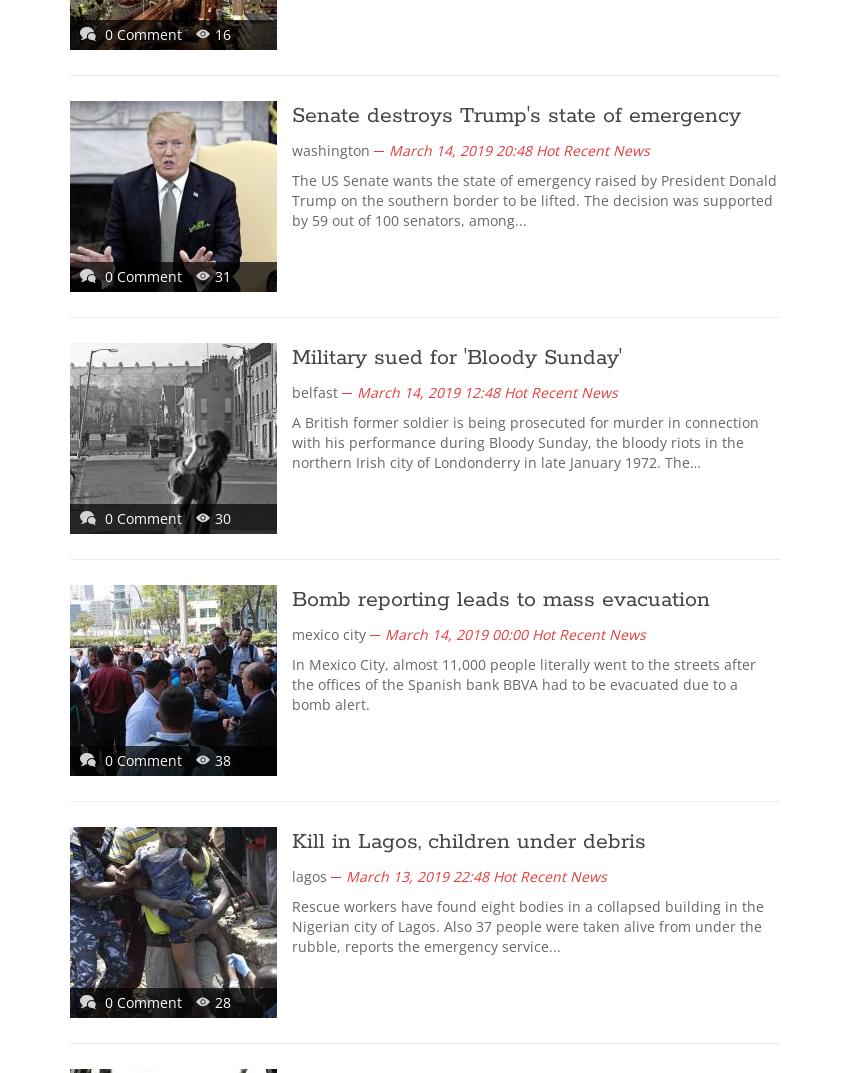  I want to click on 'March 13, 2019 22:48', so click(417, 875).